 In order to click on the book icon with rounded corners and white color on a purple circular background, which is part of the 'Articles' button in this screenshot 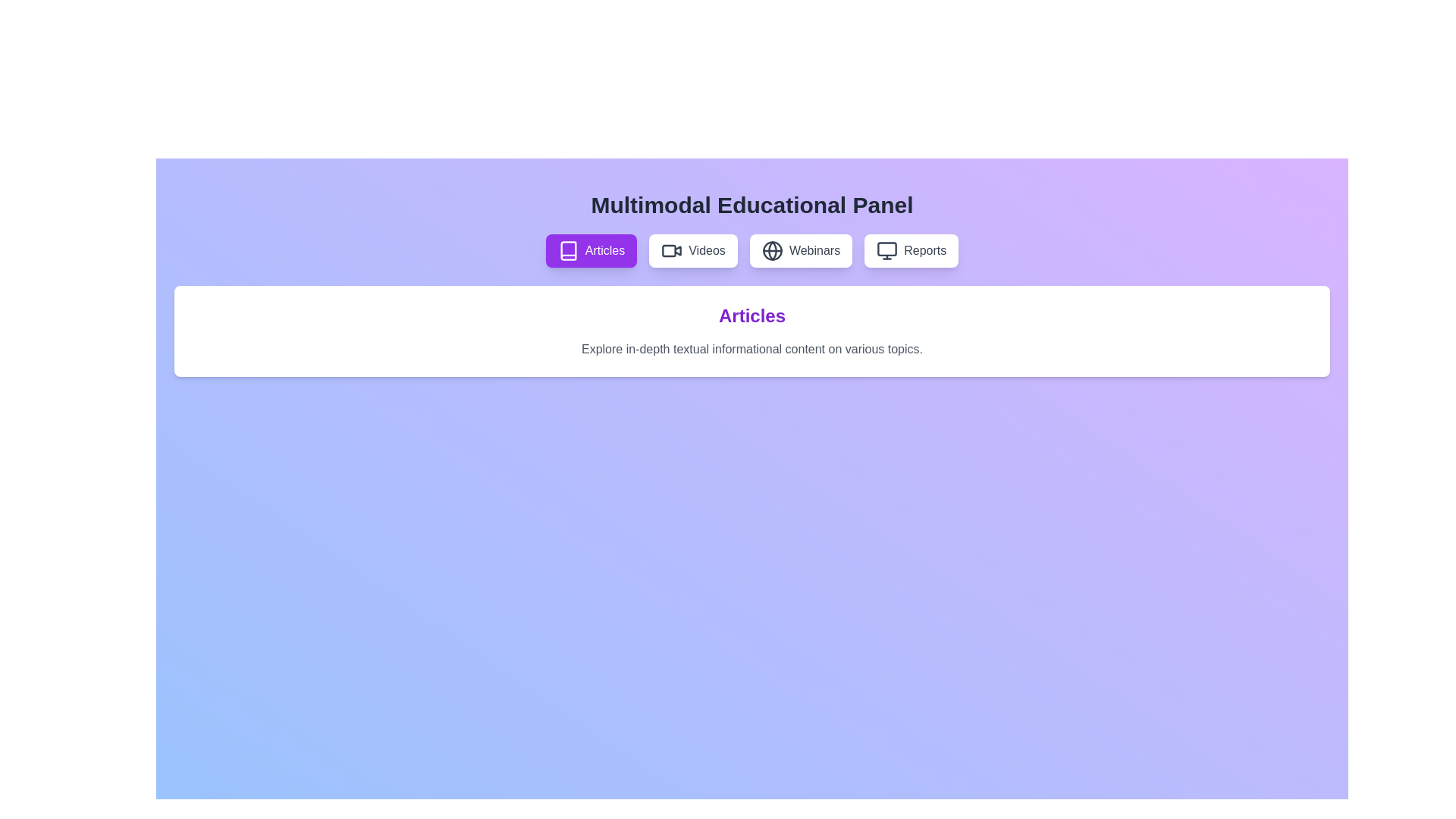, I will do `click(567, 250)`.